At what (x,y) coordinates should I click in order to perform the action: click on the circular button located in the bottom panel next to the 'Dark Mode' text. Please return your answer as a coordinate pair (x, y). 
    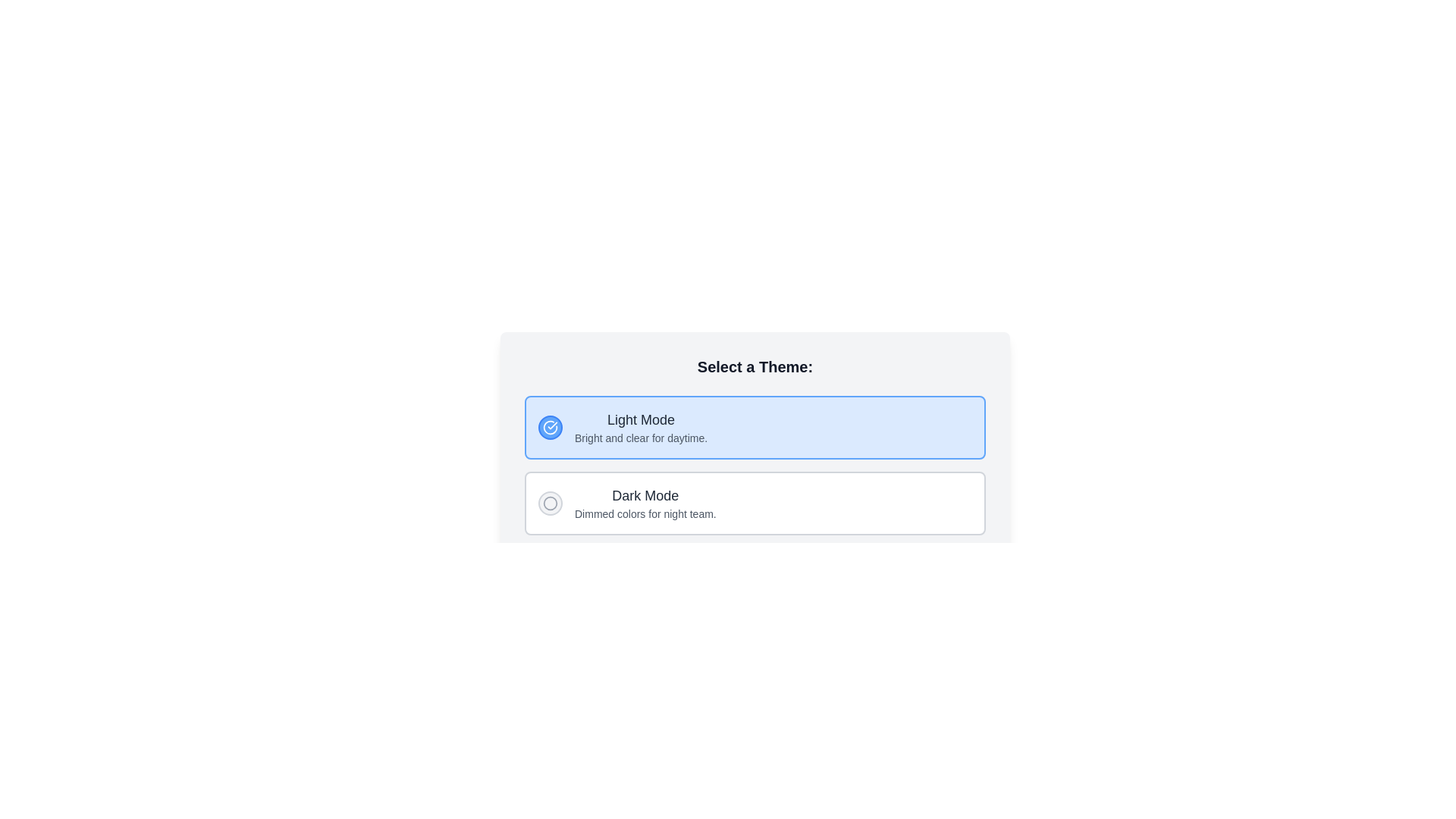
    Looking at the image, I should click on (549, 503).